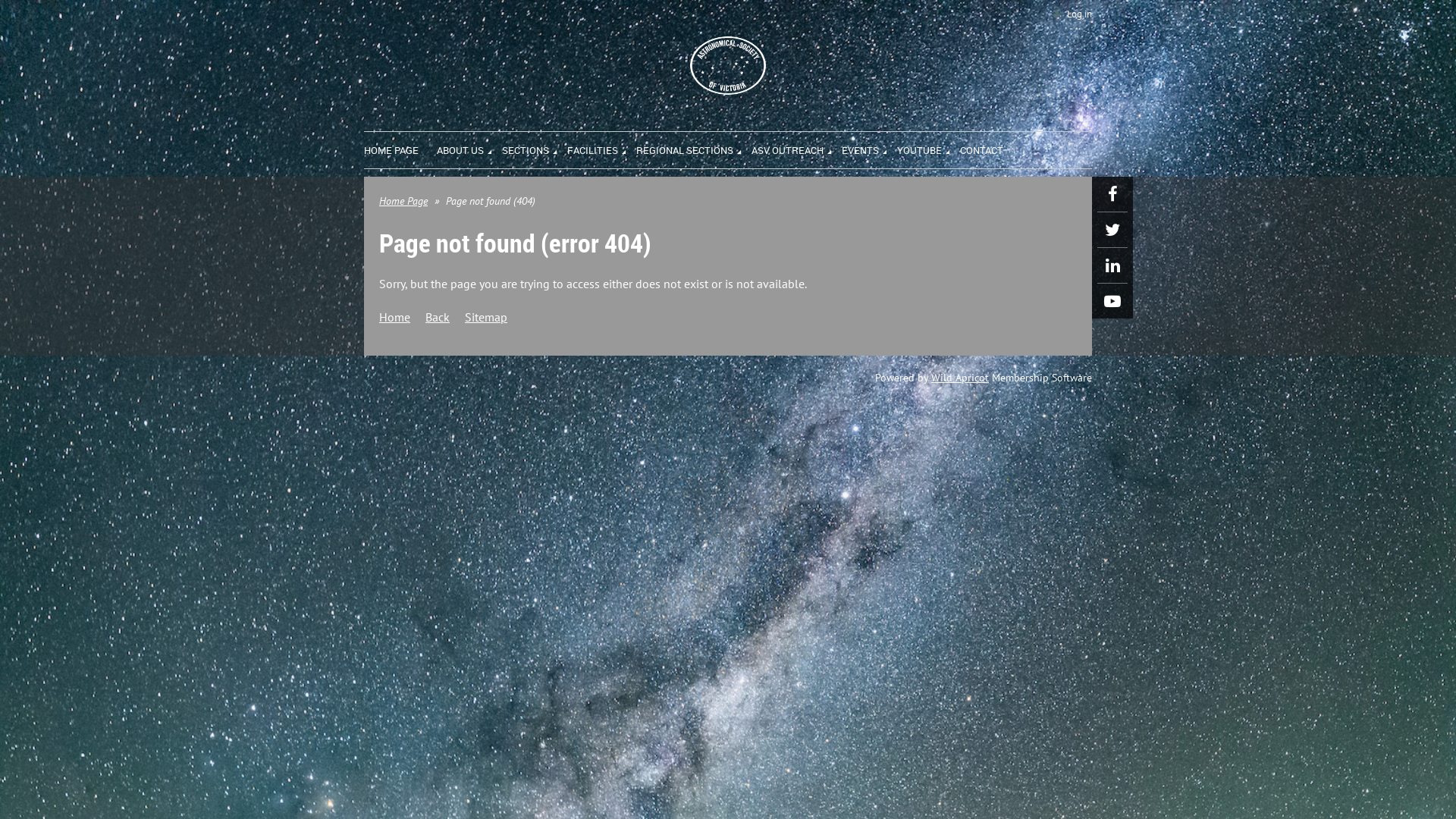  What do you see at coordinates (1070, 14) in the screenshot?
I see `'Log in'` at bounding box center [1070, 14].